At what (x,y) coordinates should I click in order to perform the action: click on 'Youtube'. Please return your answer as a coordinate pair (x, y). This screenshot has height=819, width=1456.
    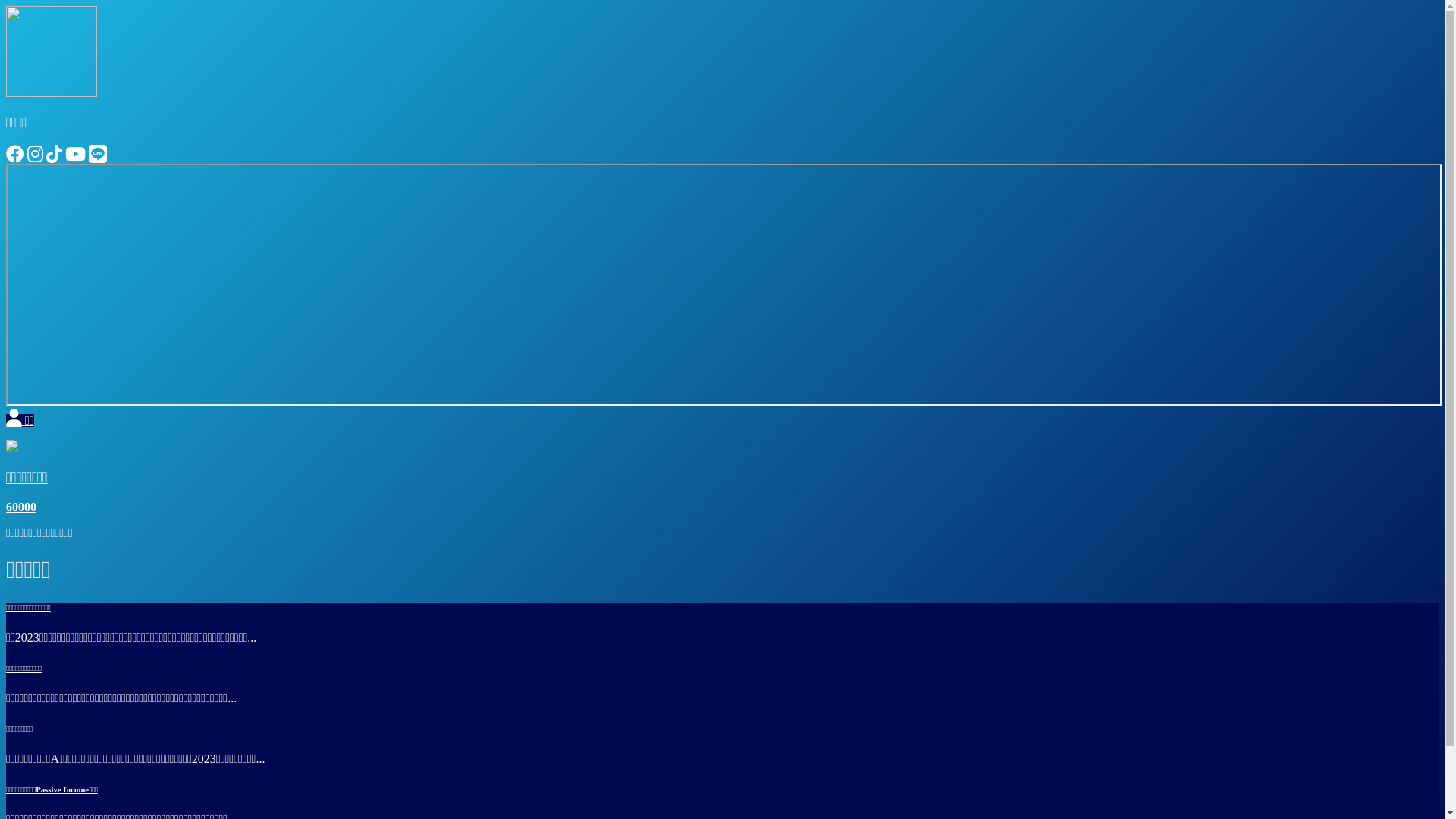
    Looking at the image, I should click on (74, 156).